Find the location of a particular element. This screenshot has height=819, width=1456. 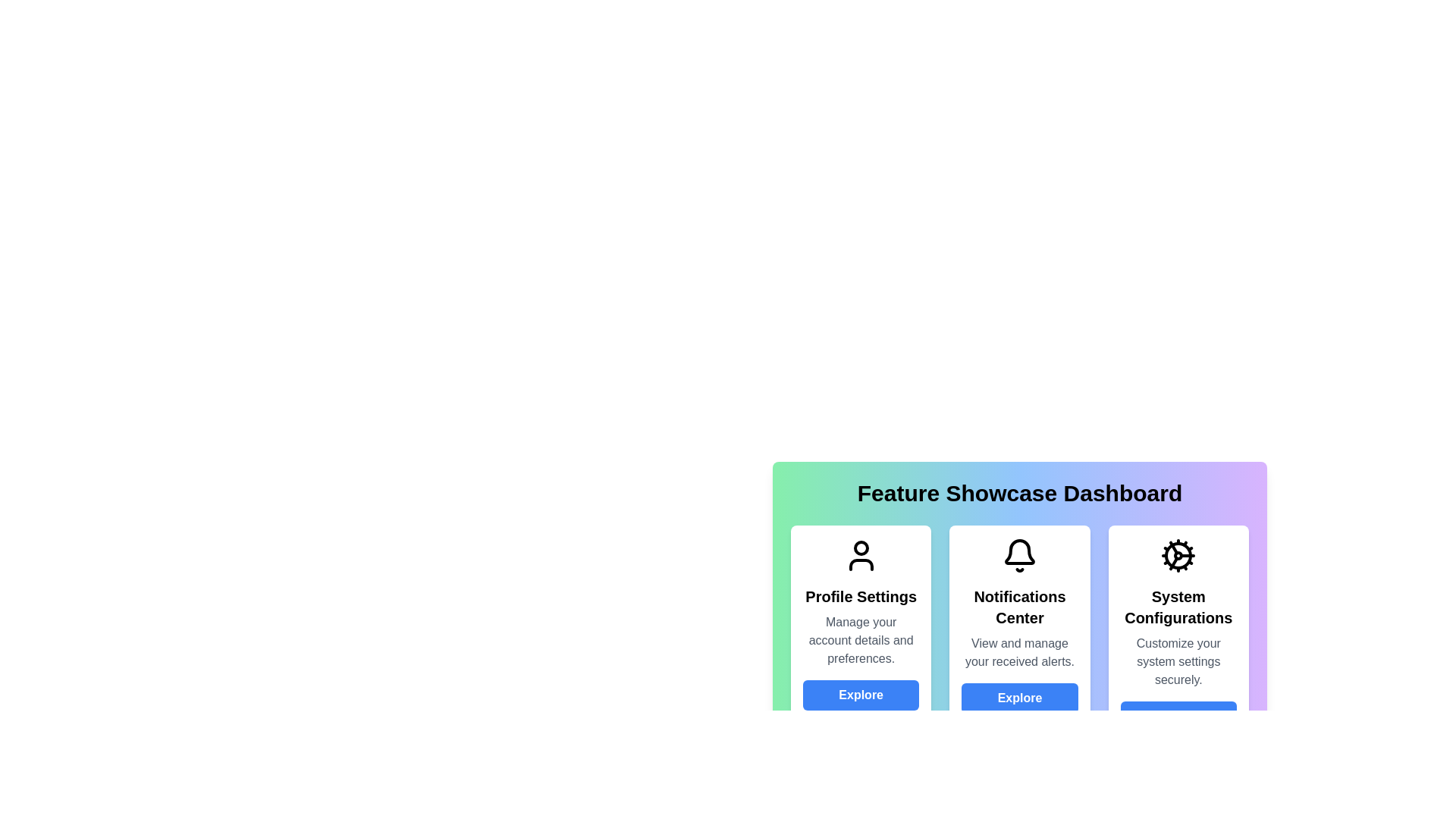

the 'Notifications Center' interactive card located in the middle of the grid layout by moving the mouse to its center coordinates is located at coordinates (1019, 576).